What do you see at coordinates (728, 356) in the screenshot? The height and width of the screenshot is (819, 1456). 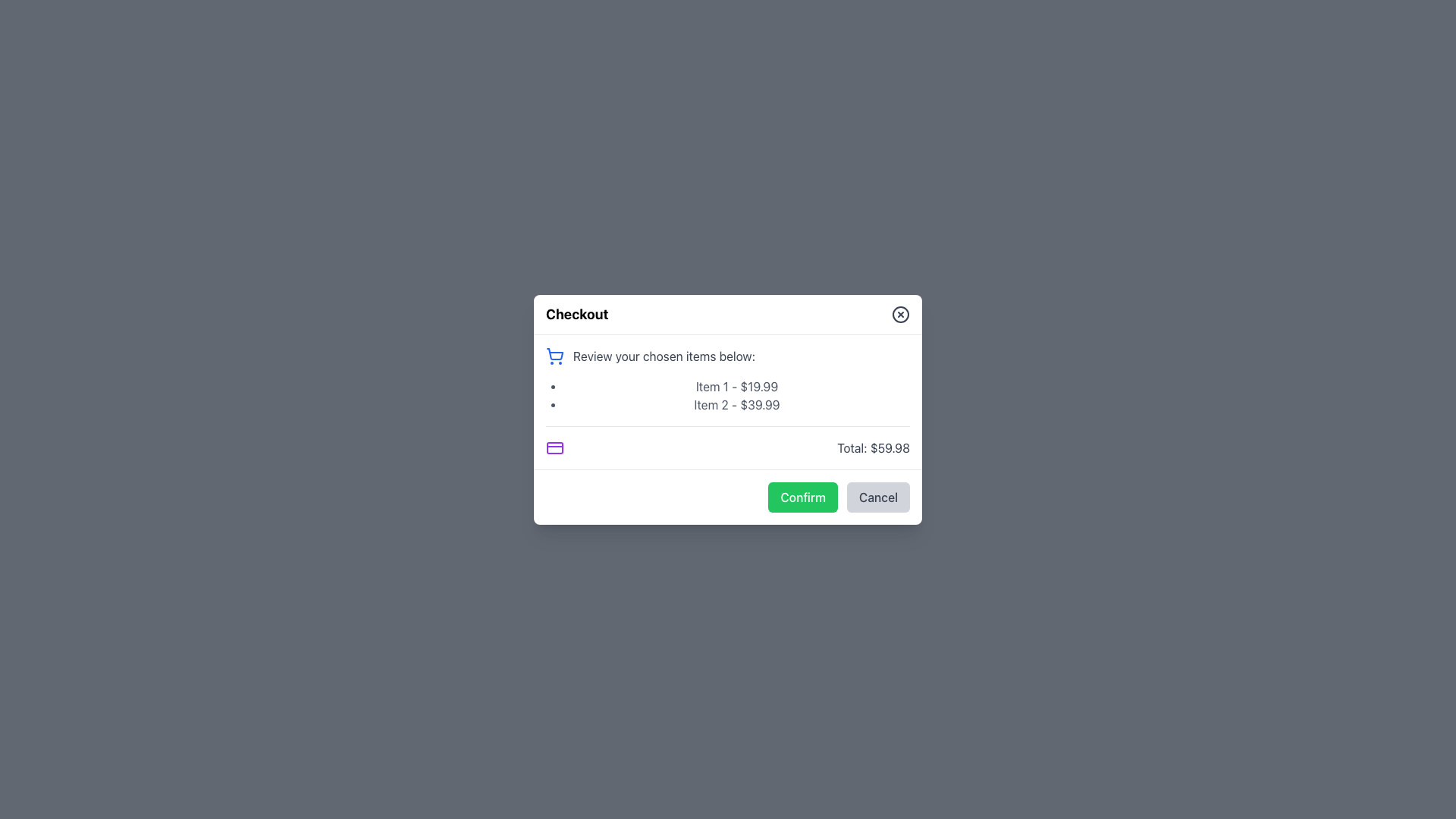 I see `the descriptive label at the top of the popup indicating the section for review of chosen items` at bounding box center [728, 356].